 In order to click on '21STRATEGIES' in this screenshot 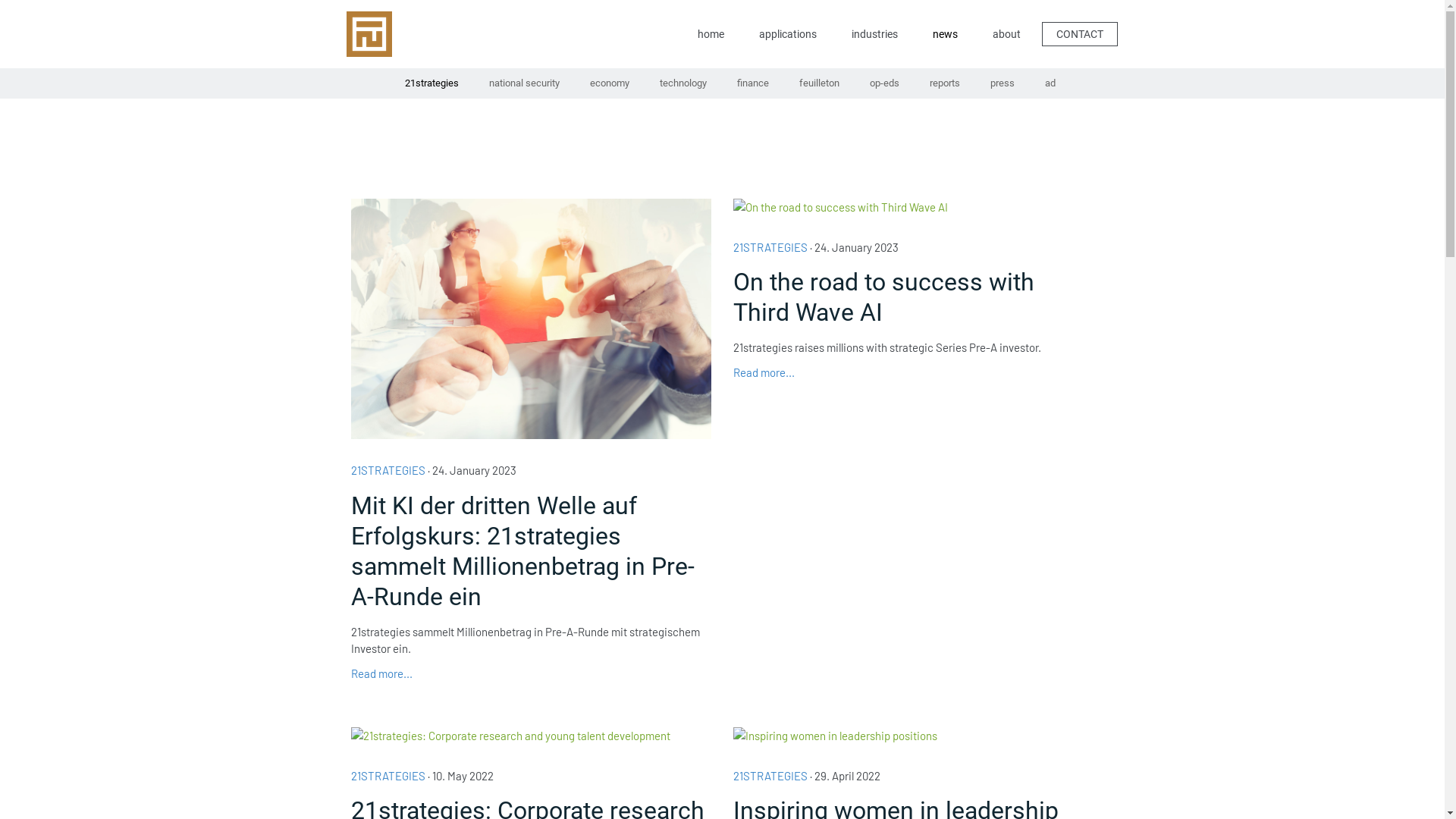, I will do `click(770, 245)`.